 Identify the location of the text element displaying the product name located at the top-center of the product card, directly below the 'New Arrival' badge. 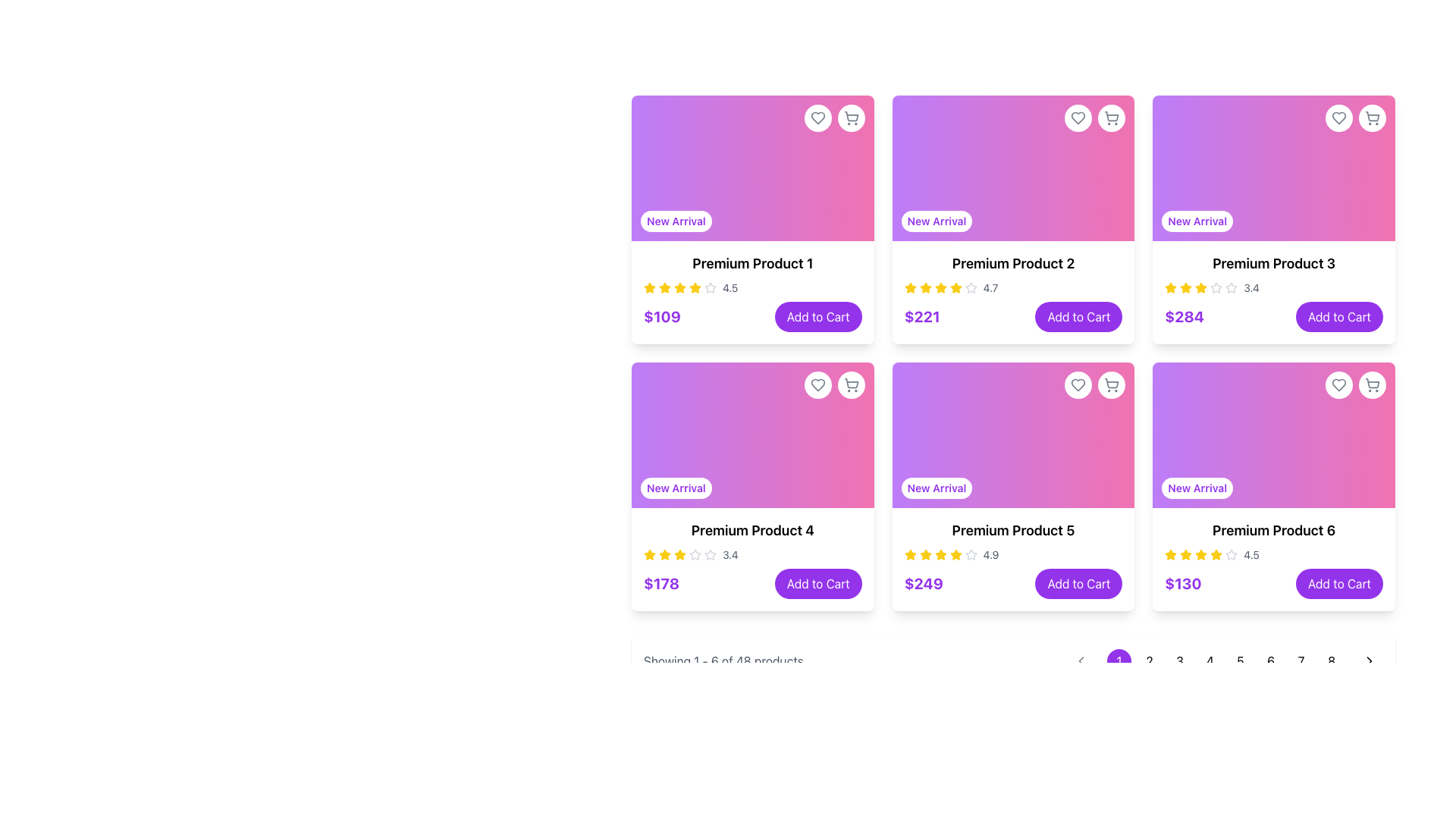
(752, 262).